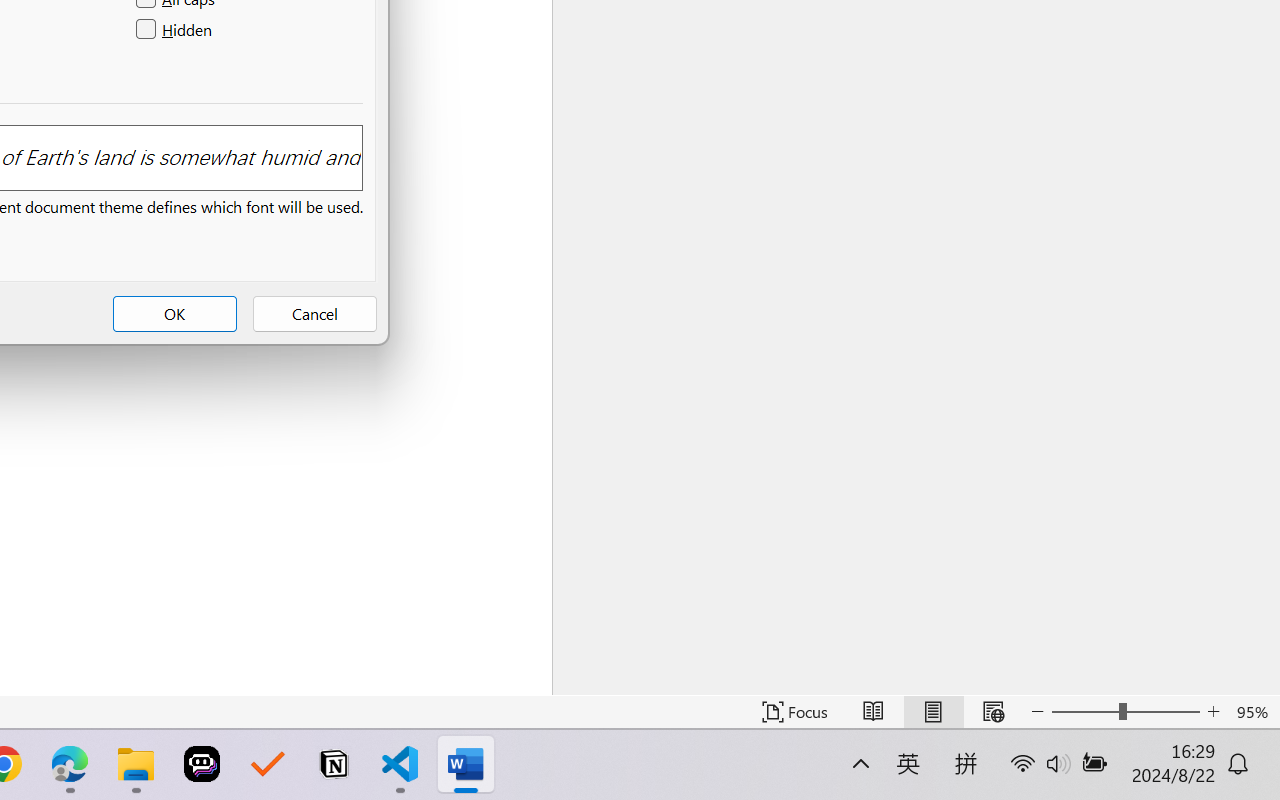  Describe the element at coordinates (176, 30) in the screenshot. I see `'Hidden'` at that location.